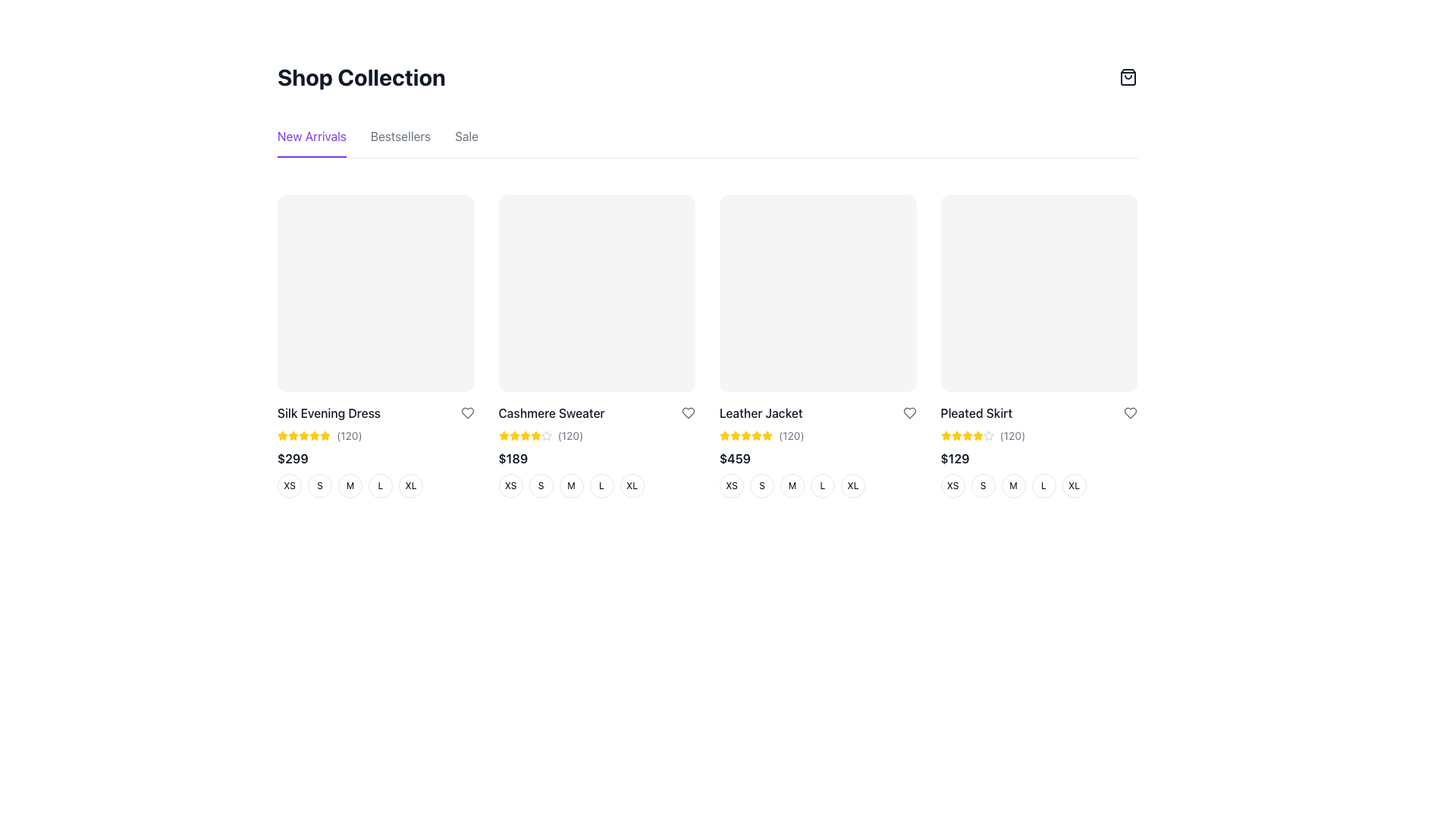  I want to click on the visual representation of the first yellow star icon used for user ratings under the 'Pleated Skirt' product description, so click(945, 435).